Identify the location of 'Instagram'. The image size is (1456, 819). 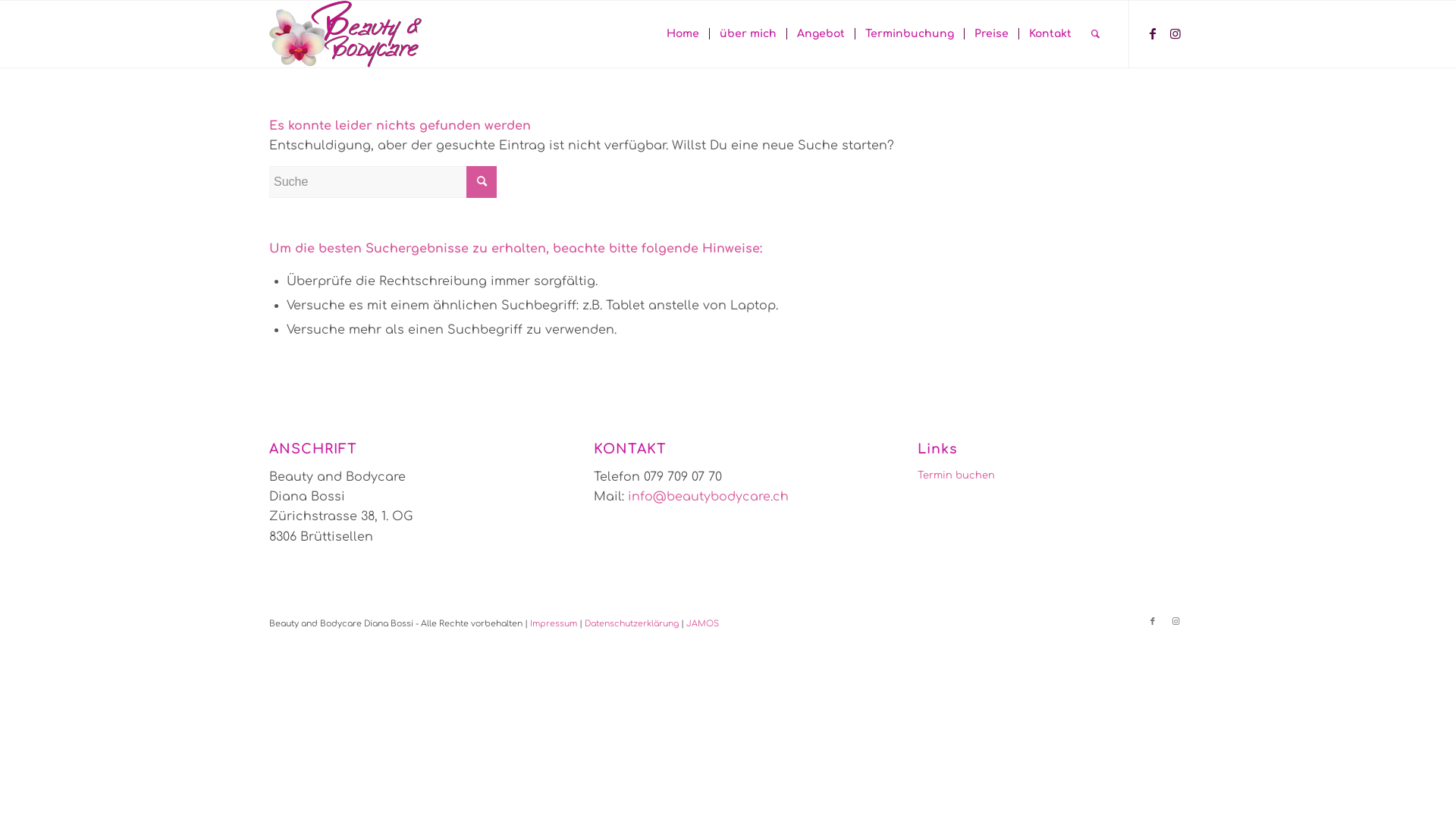
(1175, 33).